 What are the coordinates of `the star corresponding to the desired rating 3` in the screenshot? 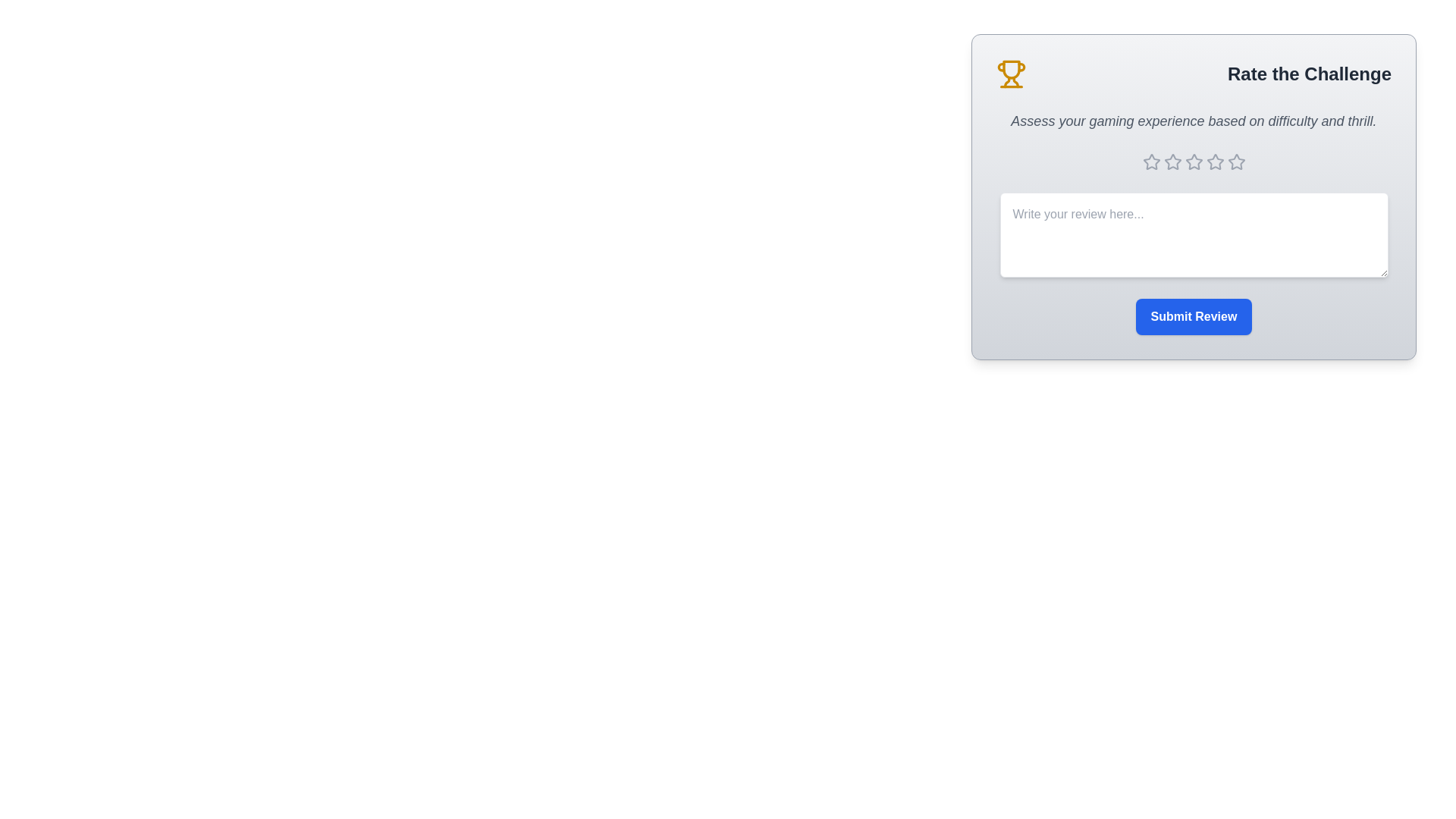 It's located at (1193, 162).